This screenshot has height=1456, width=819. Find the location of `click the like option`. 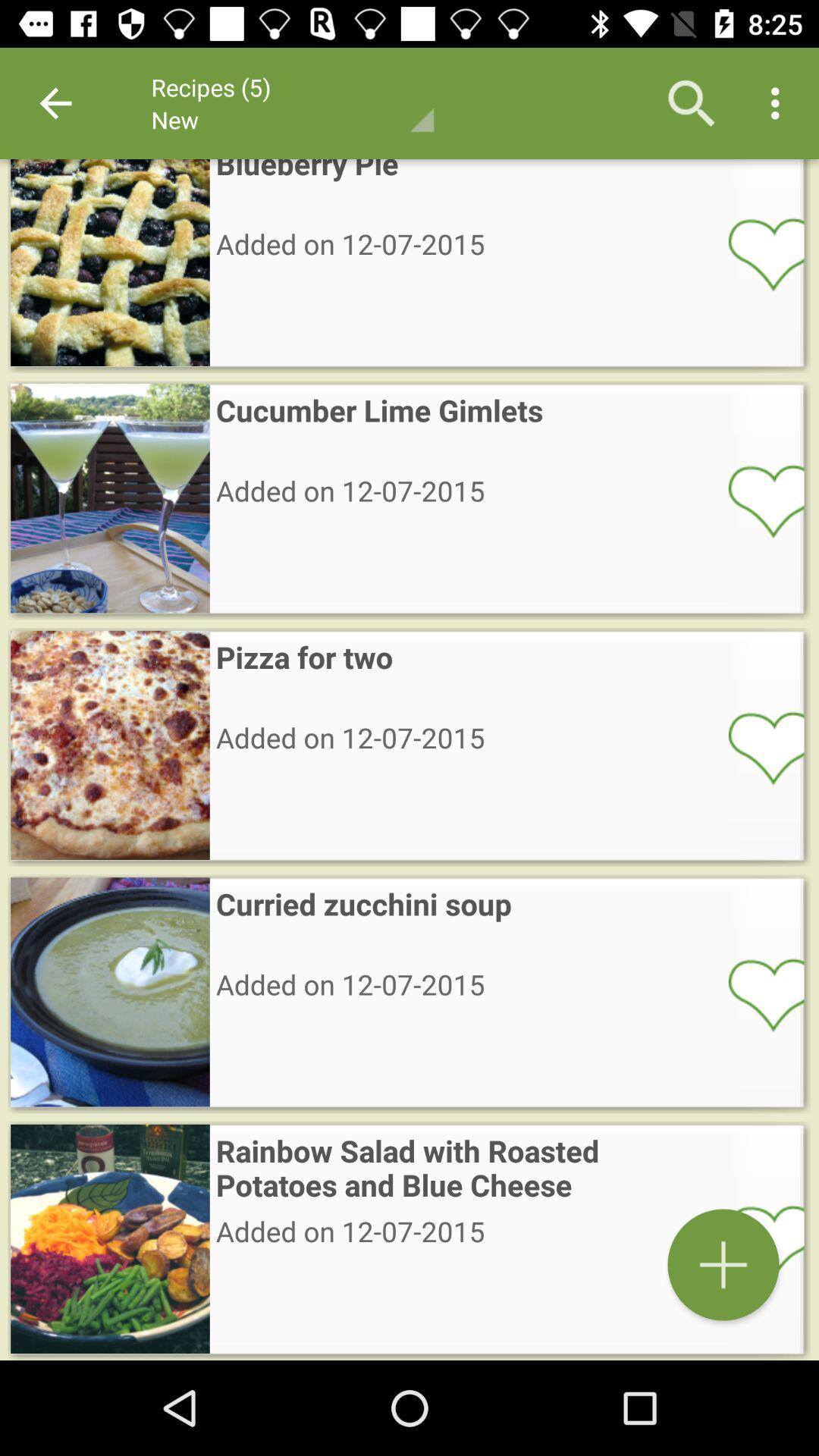

click the like option is located at coordinates (756, 747).